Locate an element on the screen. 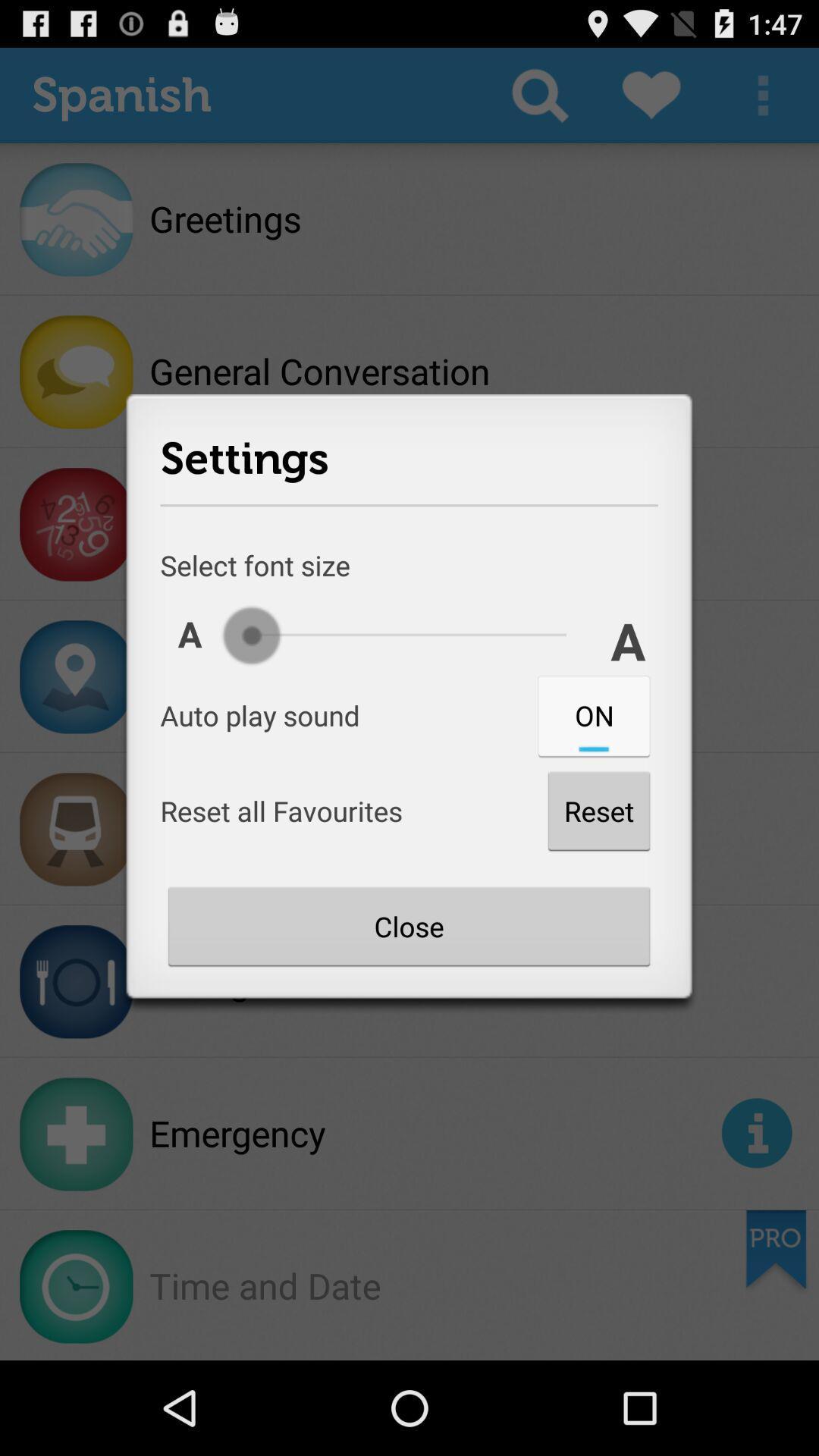 This screenshot has height=1456, width=819. close icon is located at coordinates (408, 925).